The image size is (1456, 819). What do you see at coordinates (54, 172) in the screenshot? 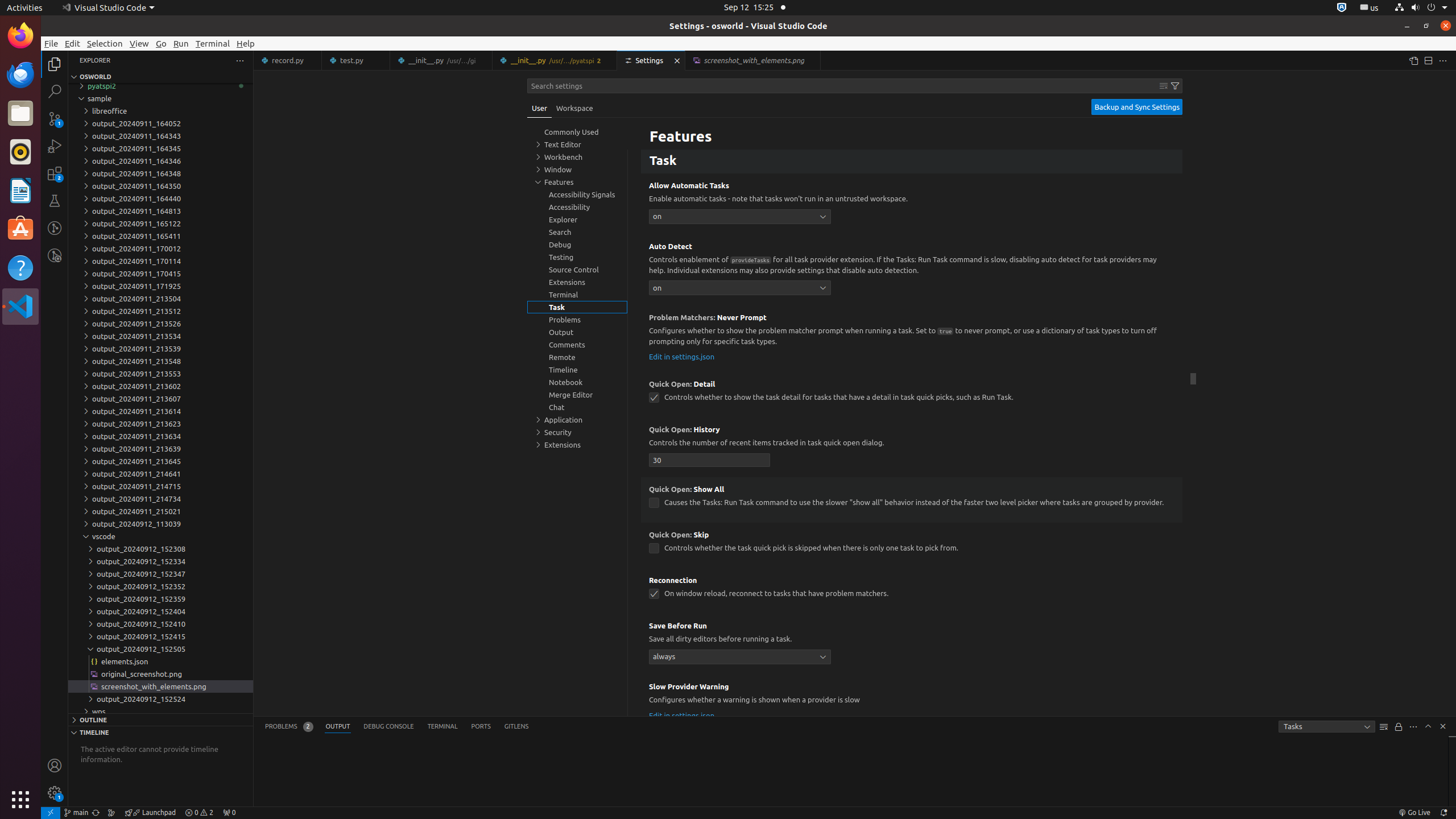
I see `'Extensions (Ctrl+Shift+X) - 2 require restart Extensions (Ctrl+Shift+X) - 2 require restart'` at bounding box center [54, 172].